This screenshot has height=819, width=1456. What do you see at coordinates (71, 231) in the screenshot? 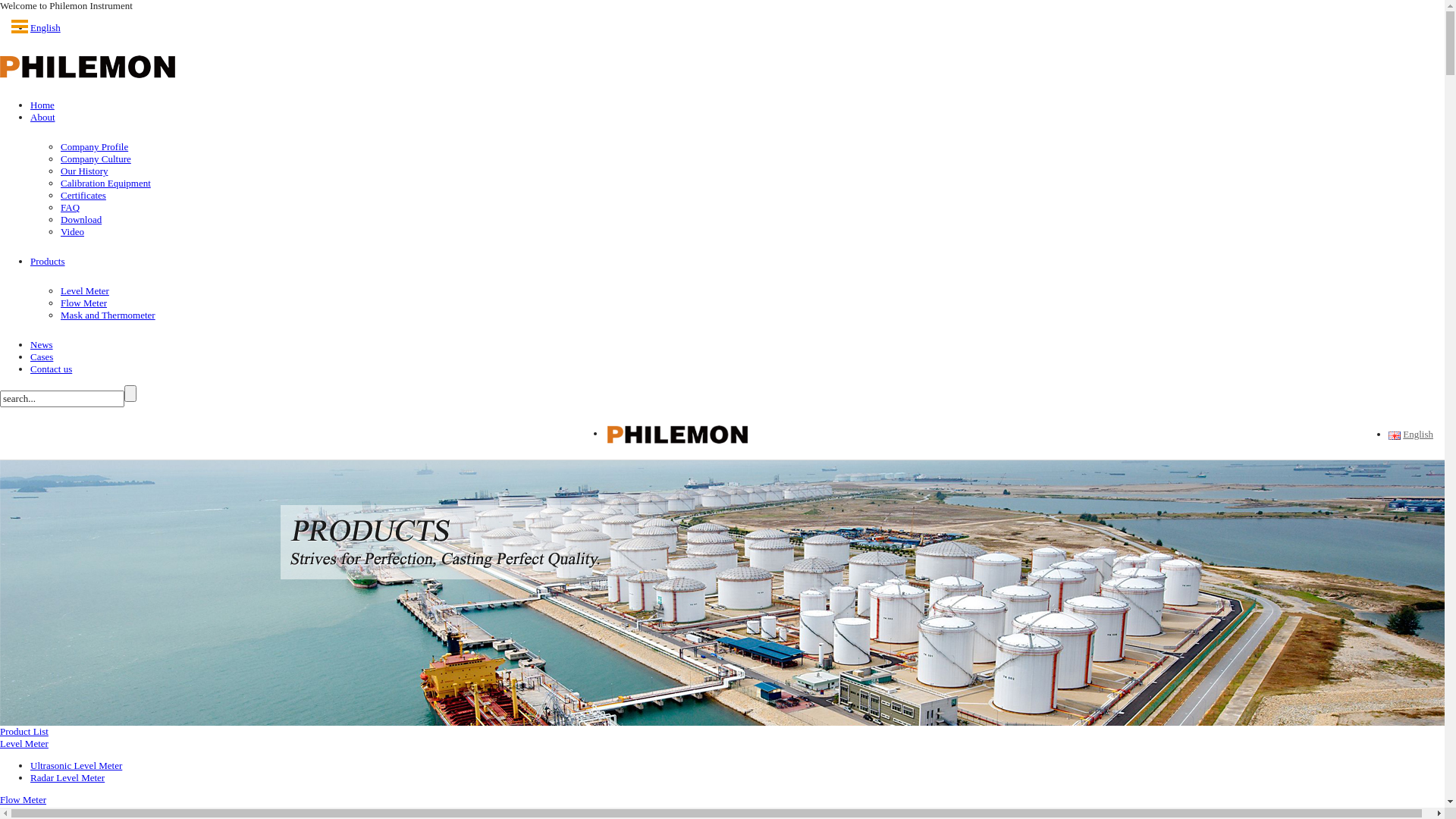
I see `'Video'` at bounding box center [71, 231].